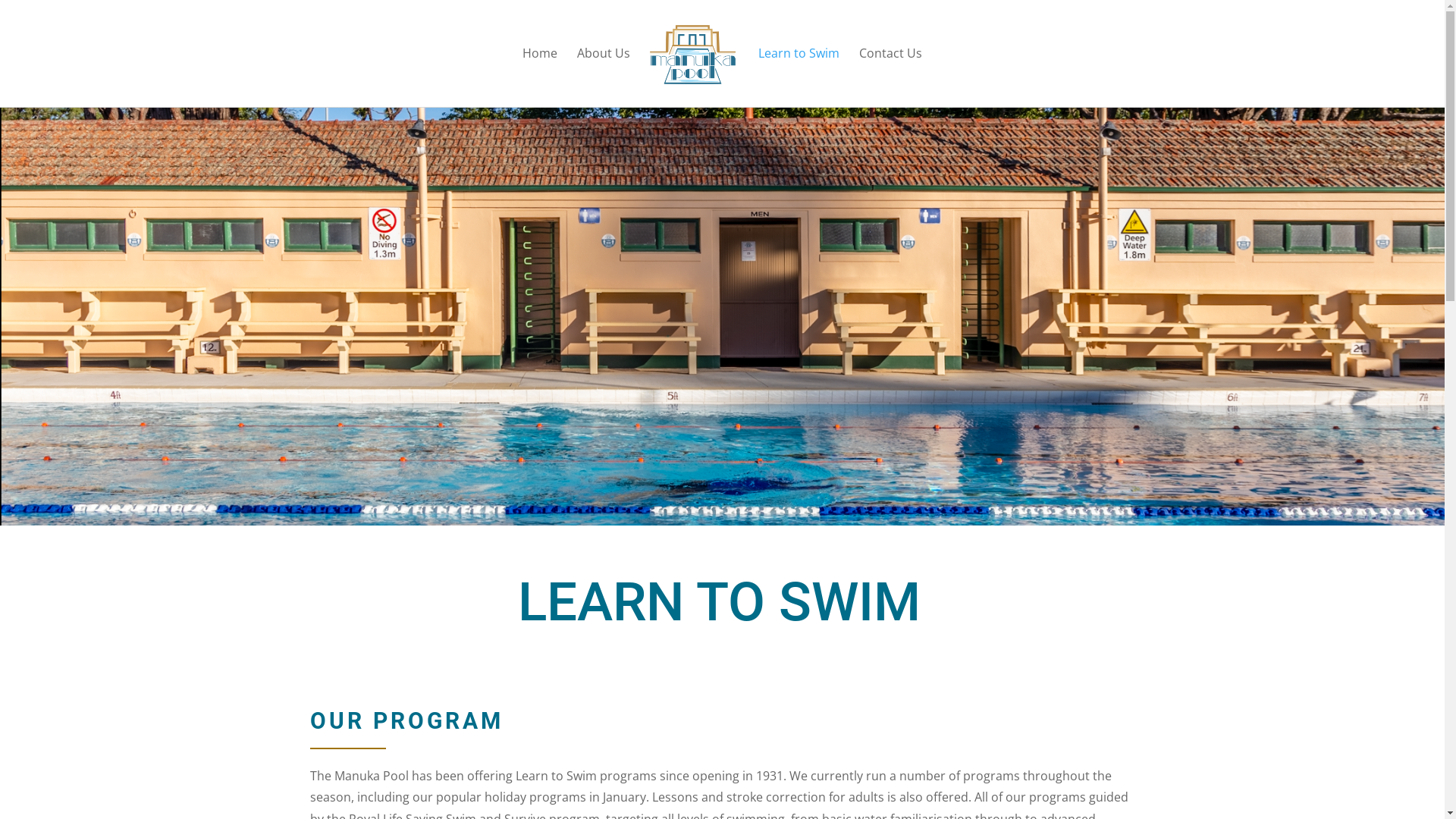 Image resolution: width=1456 pixels, height=819 pixels. Describe the element at coordinates (539, 77) in the screenshot. I see `'Home'` at that location.